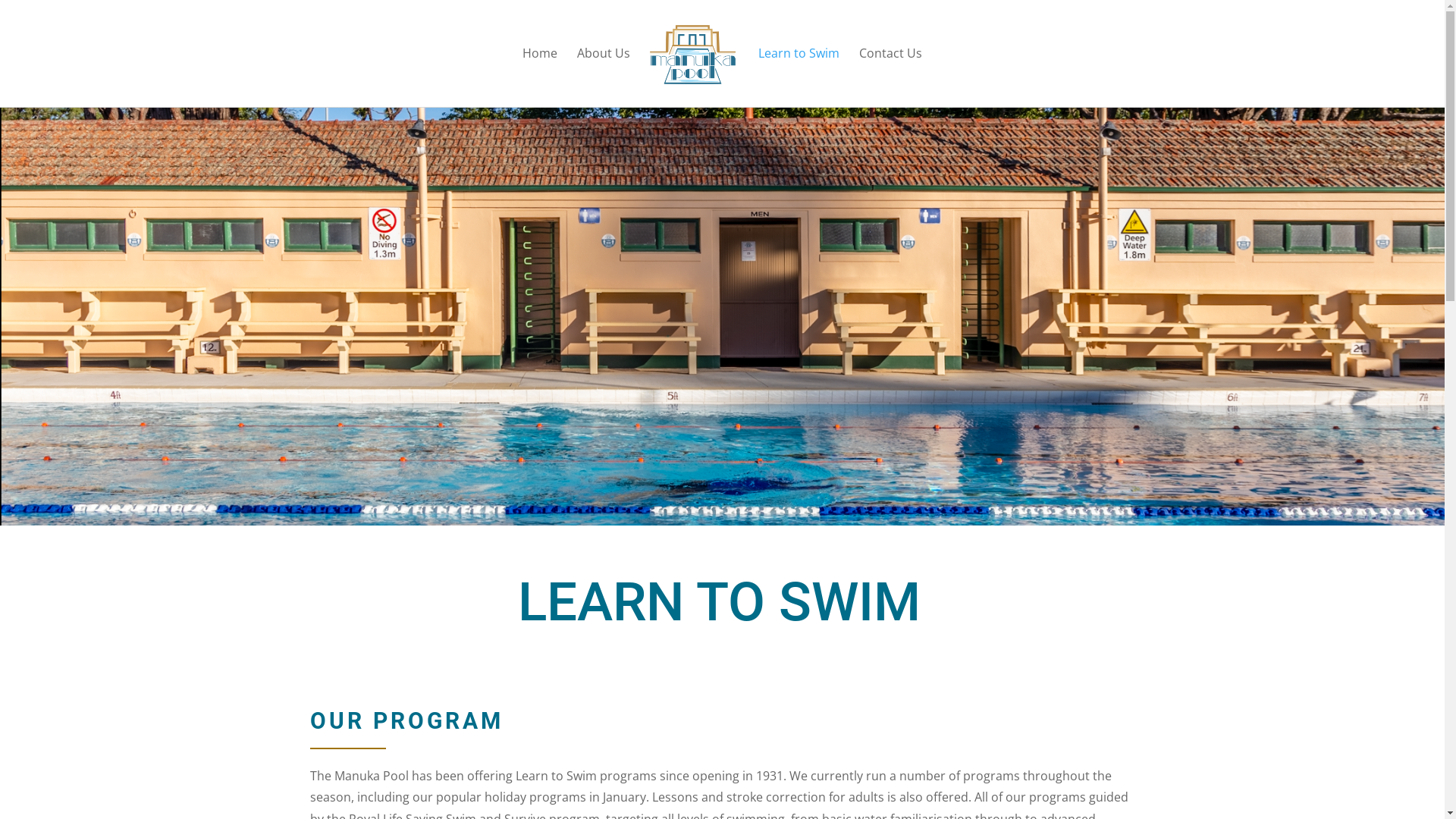 Image resolution: width=1456 pixels, height=819 pixels. Describe the element at coordinates (539, 77) in the screenshot. I see `'Home'` at that location.